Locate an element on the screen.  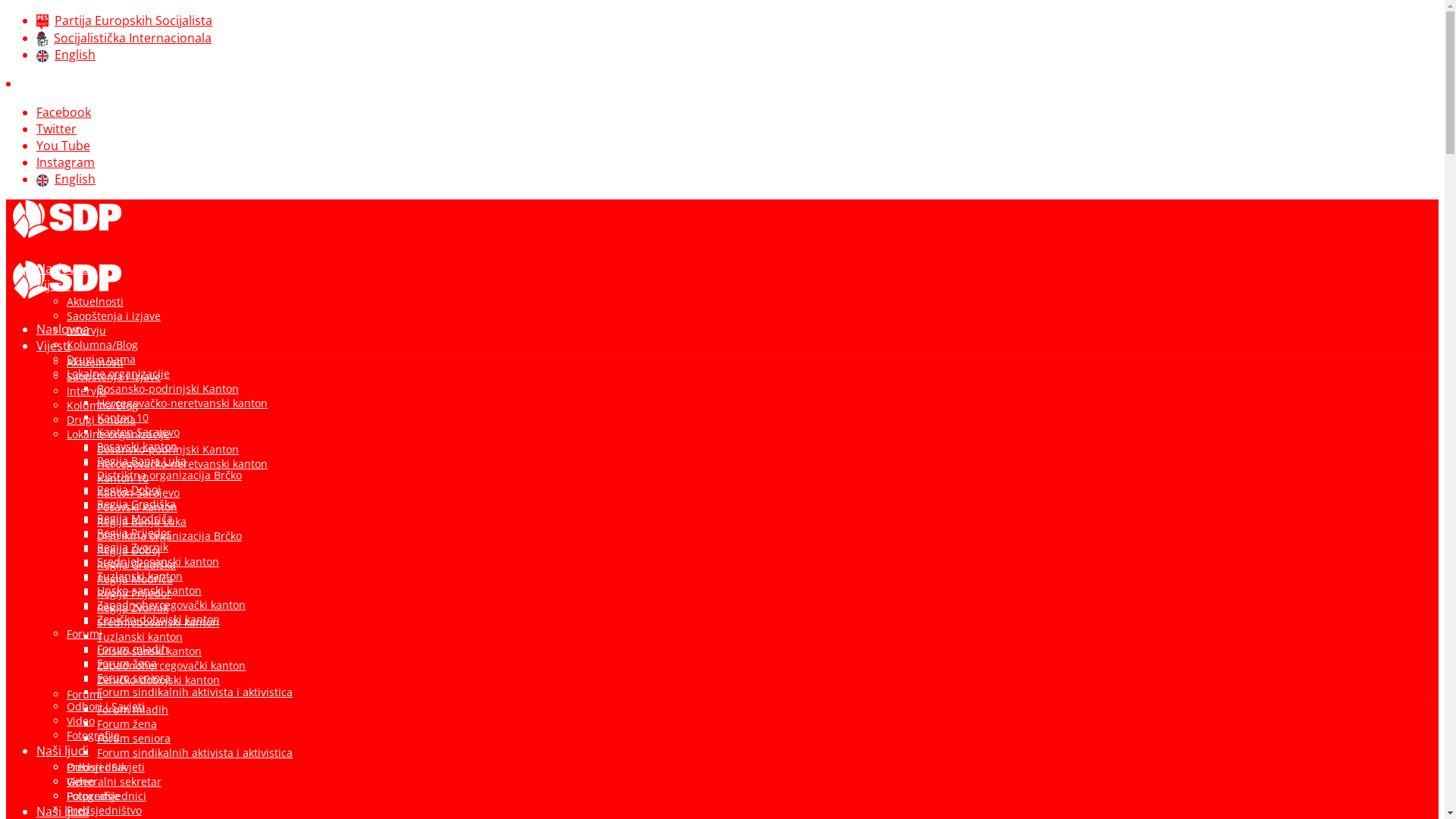
'Drugi o nama' is located at coordinates (65, 359).